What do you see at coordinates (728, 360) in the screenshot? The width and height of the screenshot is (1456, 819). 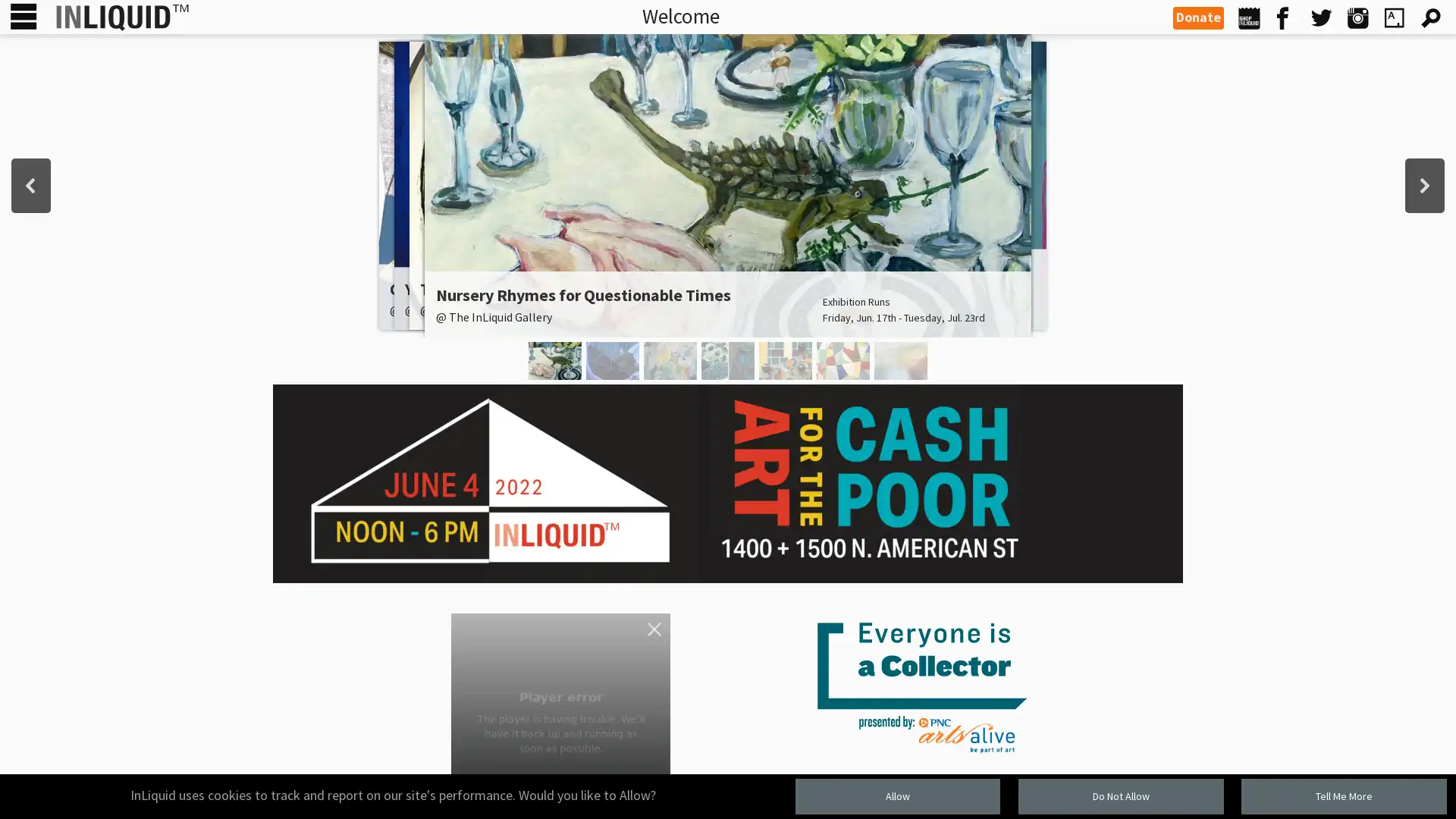 I see `Textural Geometries` at bounding box center [728, 360].